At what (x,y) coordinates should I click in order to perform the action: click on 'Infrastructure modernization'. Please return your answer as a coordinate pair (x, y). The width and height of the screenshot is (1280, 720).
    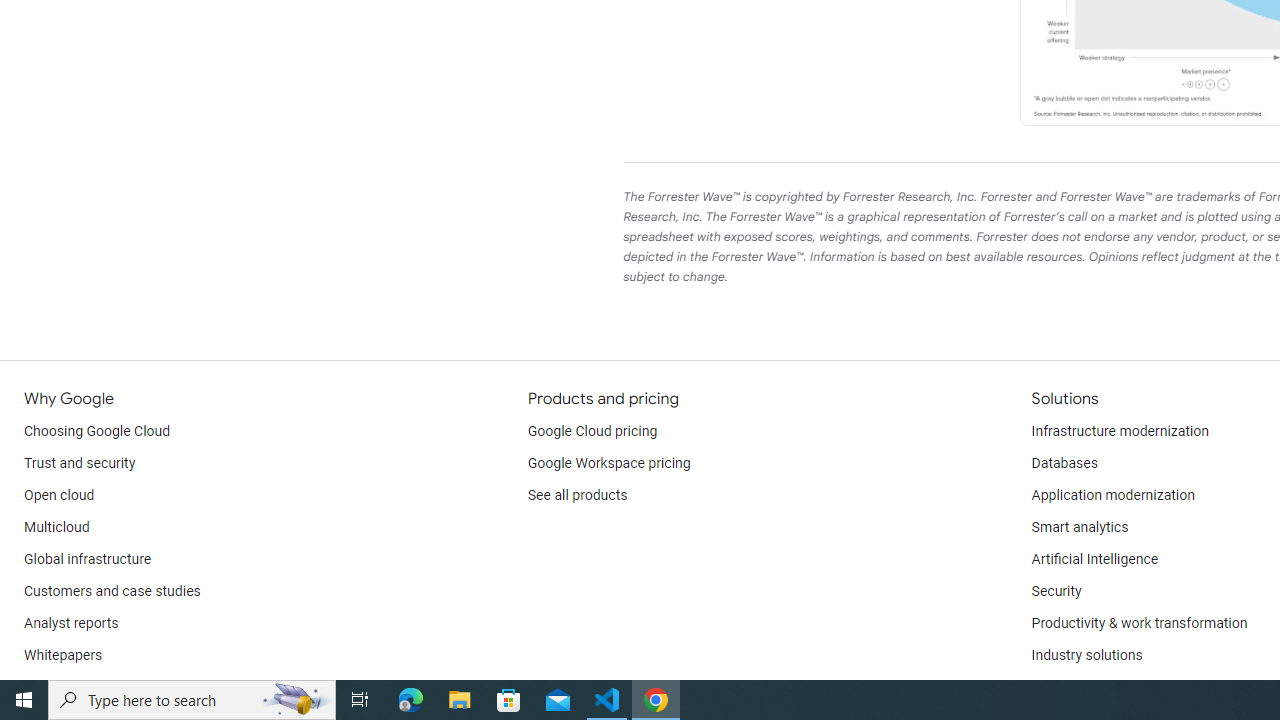
    Looking at the image, I should click on (1120, 431).